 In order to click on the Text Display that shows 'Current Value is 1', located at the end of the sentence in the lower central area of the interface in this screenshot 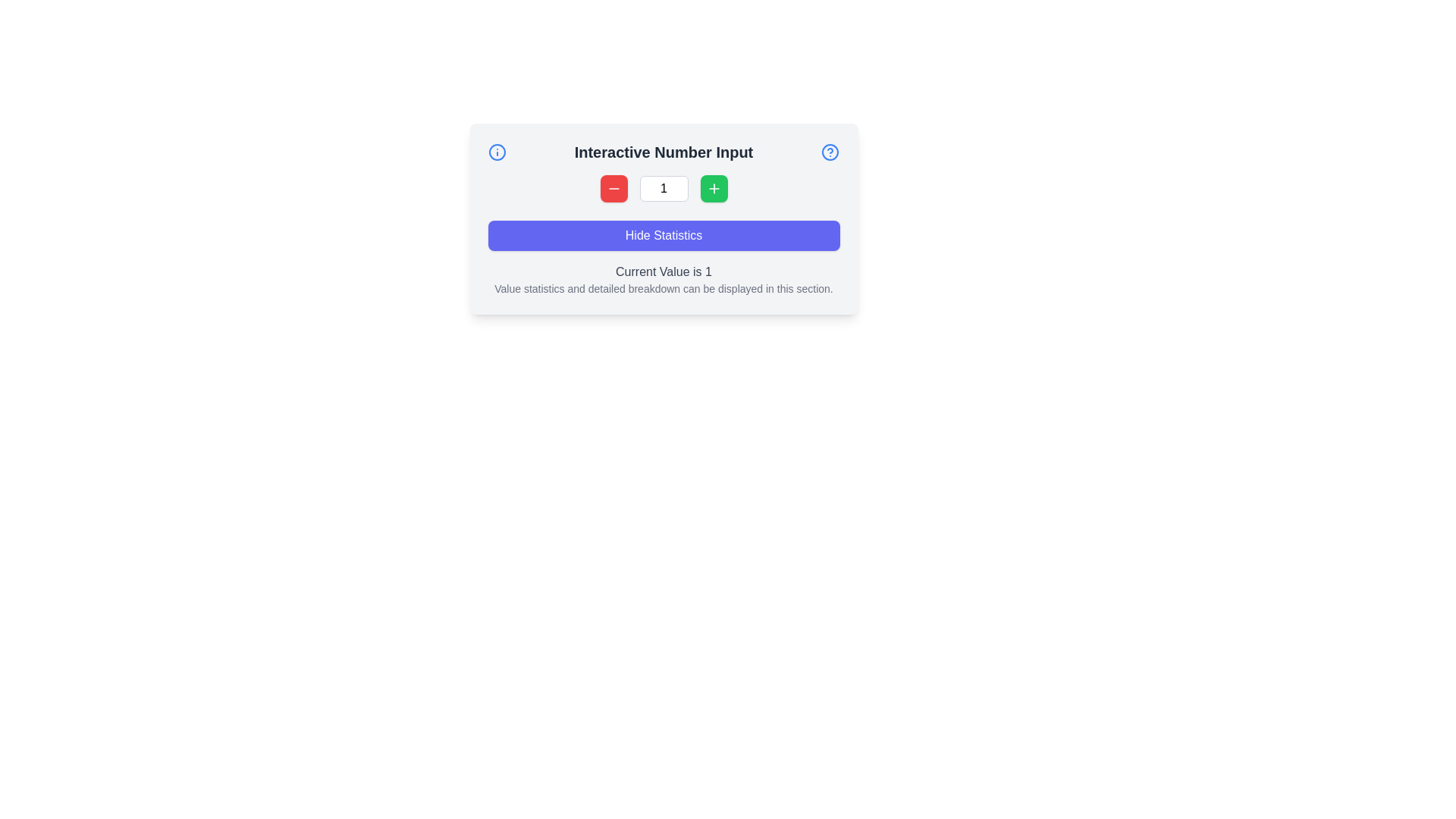, I will do `click(708, 271)`.